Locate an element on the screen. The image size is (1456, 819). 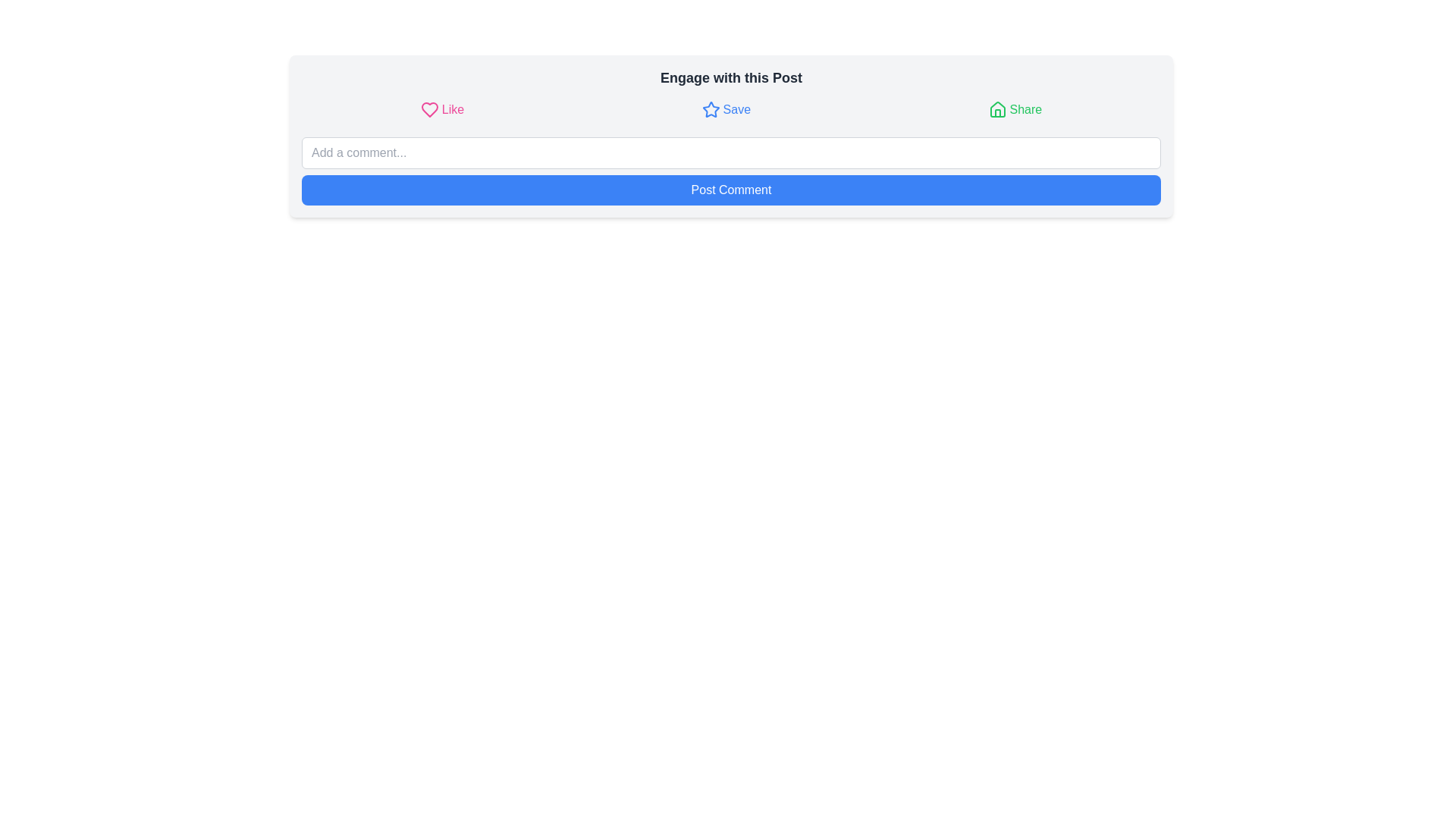
the 'Post Comment' button, which is a rectangular button with a vibrant blue background and white text, located below the 'Add a comment...' text input field is located at coordinates (731, 189).